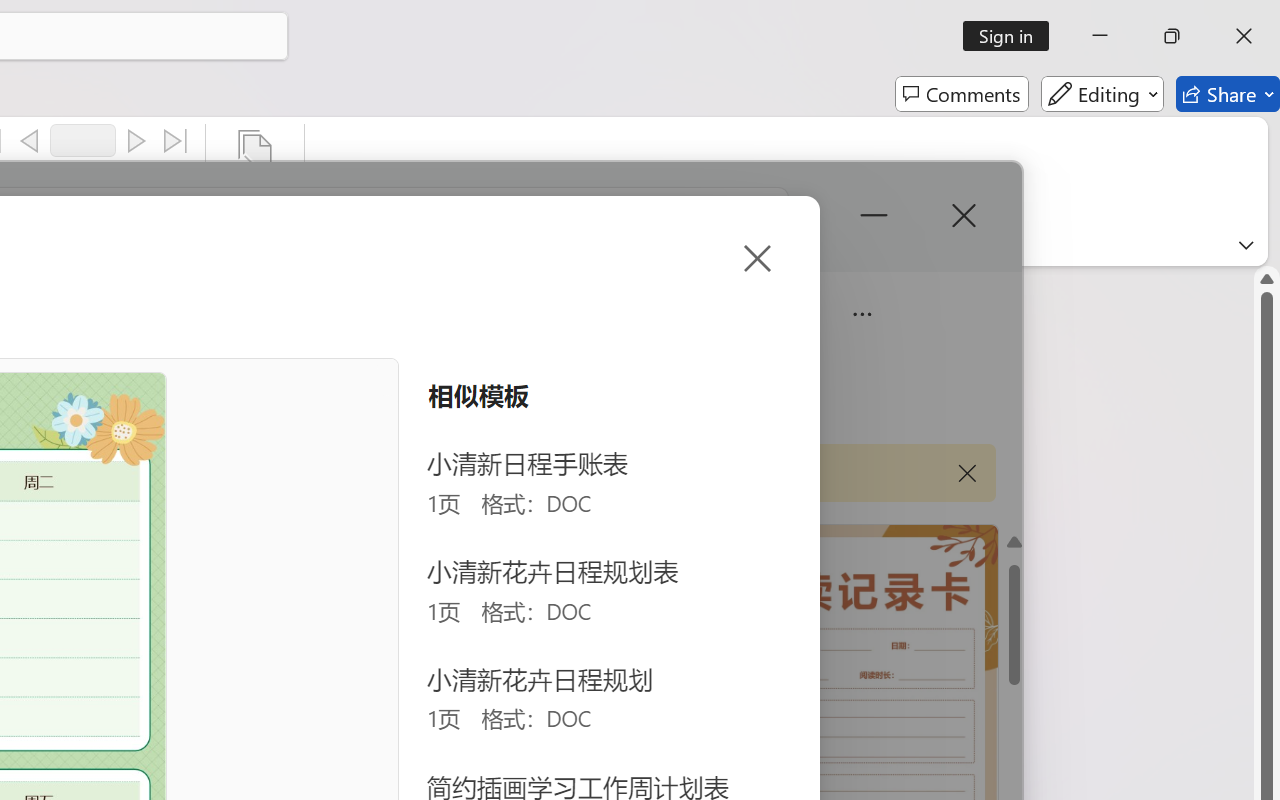 The width and height of the screenshot is (1280, 800). I want to click on 'Sign in', so click(1013, 35).